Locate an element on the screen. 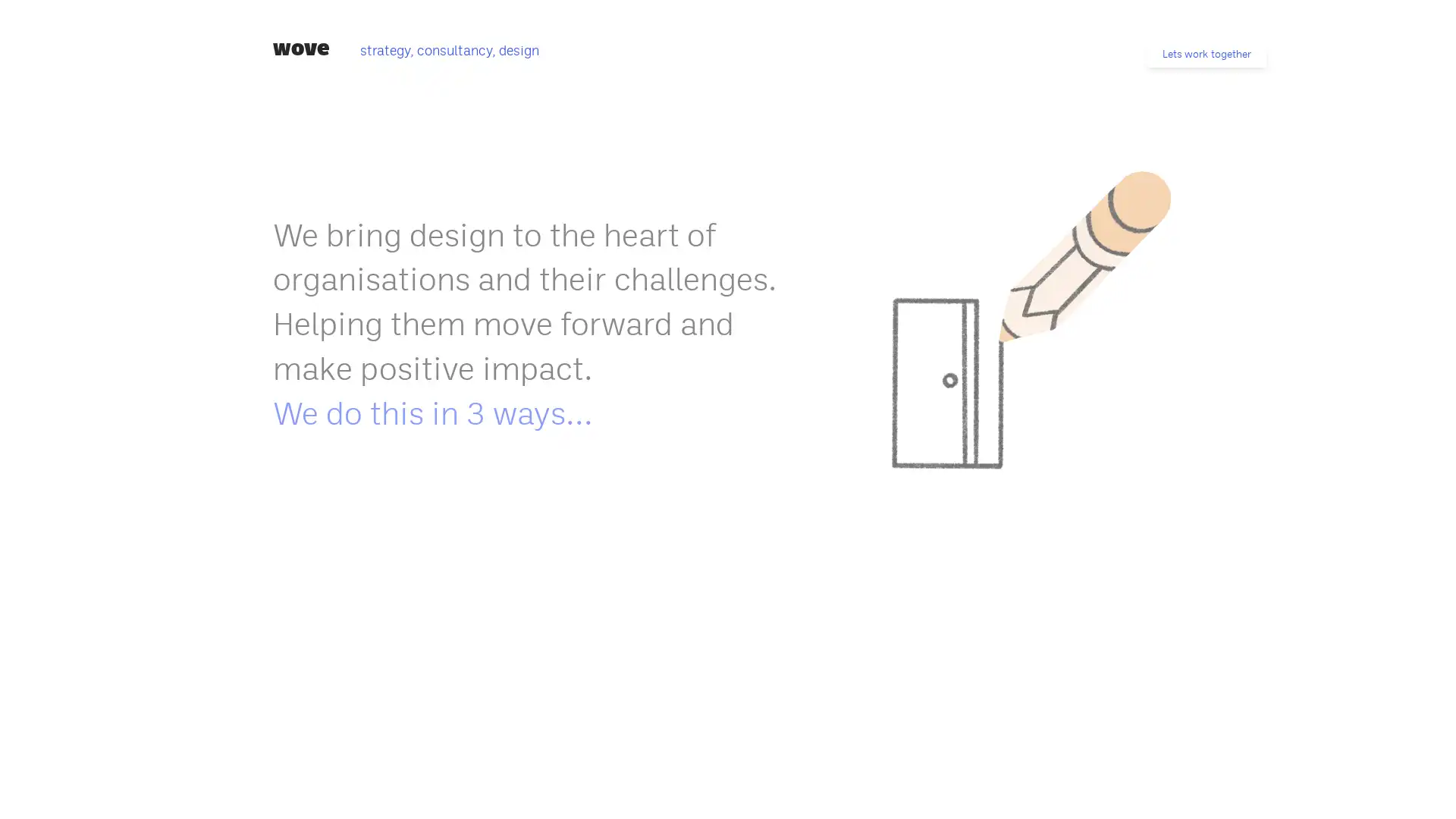 The image size is (1456, 819). Lets work together is located at coordinates (1206, 53).